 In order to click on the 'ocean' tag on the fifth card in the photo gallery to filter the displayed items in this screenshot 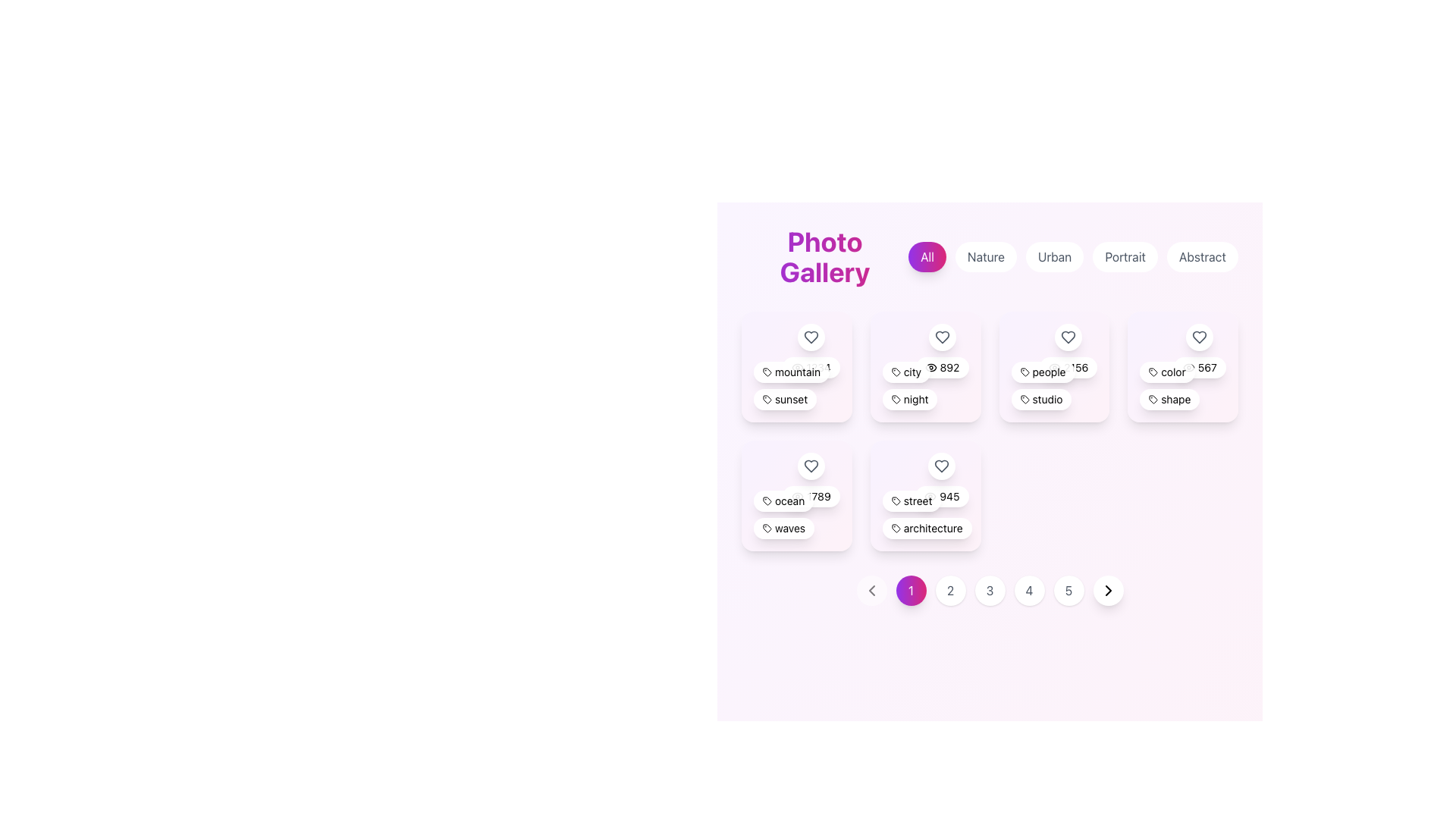, I will do `click(795, 495)`.